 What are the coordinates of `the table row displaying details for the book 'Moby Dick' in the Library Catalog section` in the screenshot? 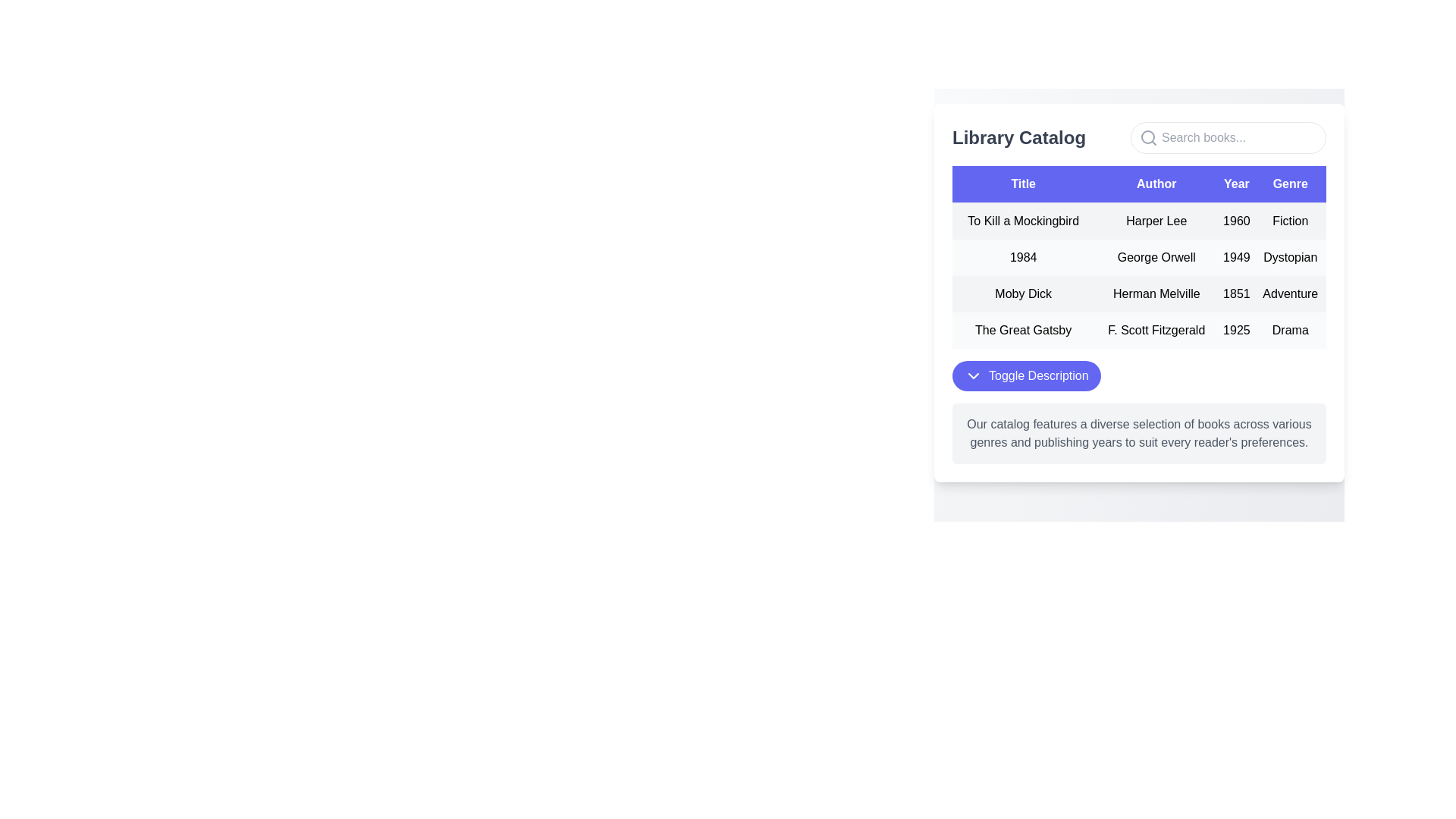 It's located at (1139, 294).